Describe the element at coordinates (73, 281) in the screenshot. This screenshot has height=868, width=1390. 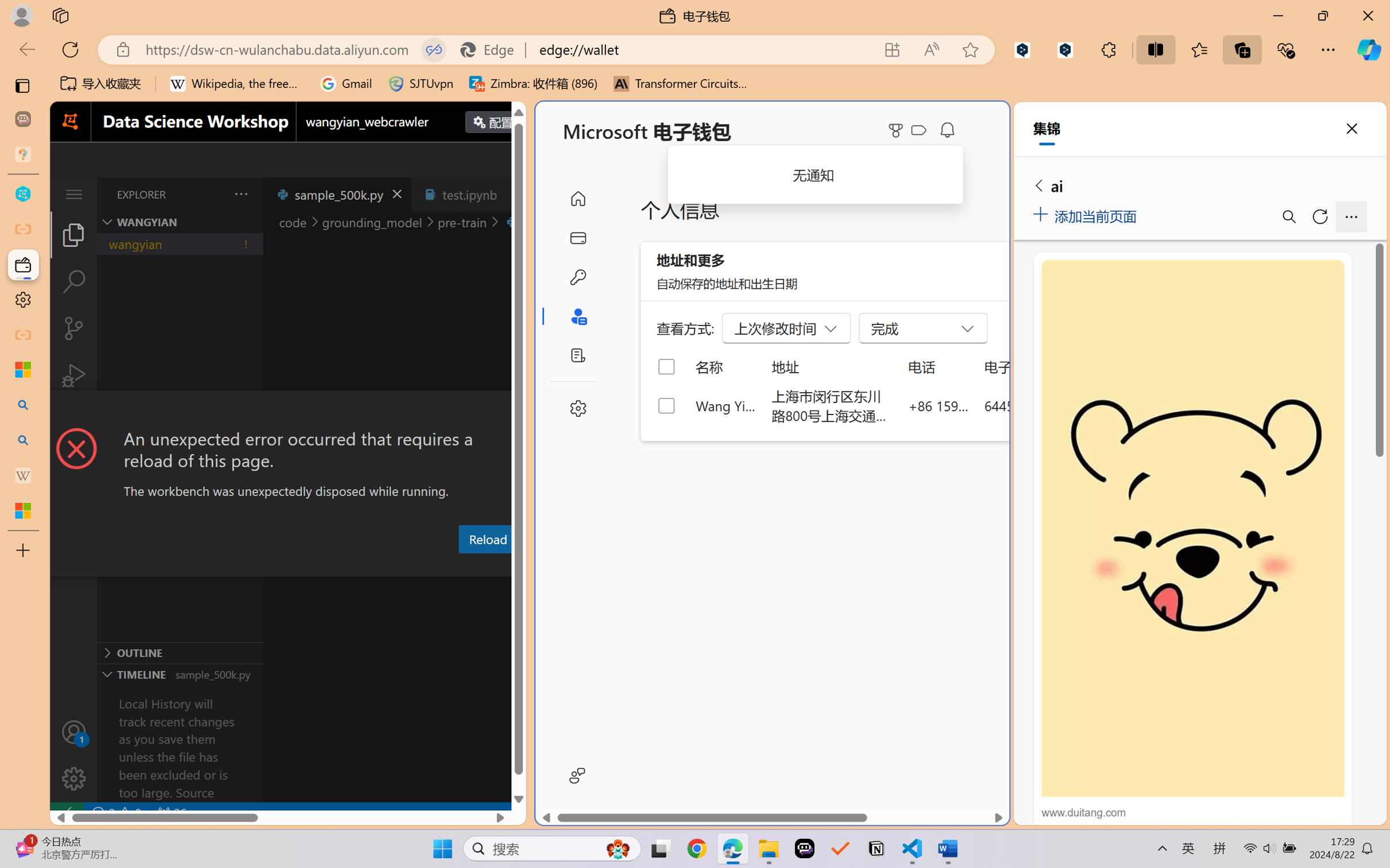
I see `'Search (Ctrl+Shift+F)'` at that location.